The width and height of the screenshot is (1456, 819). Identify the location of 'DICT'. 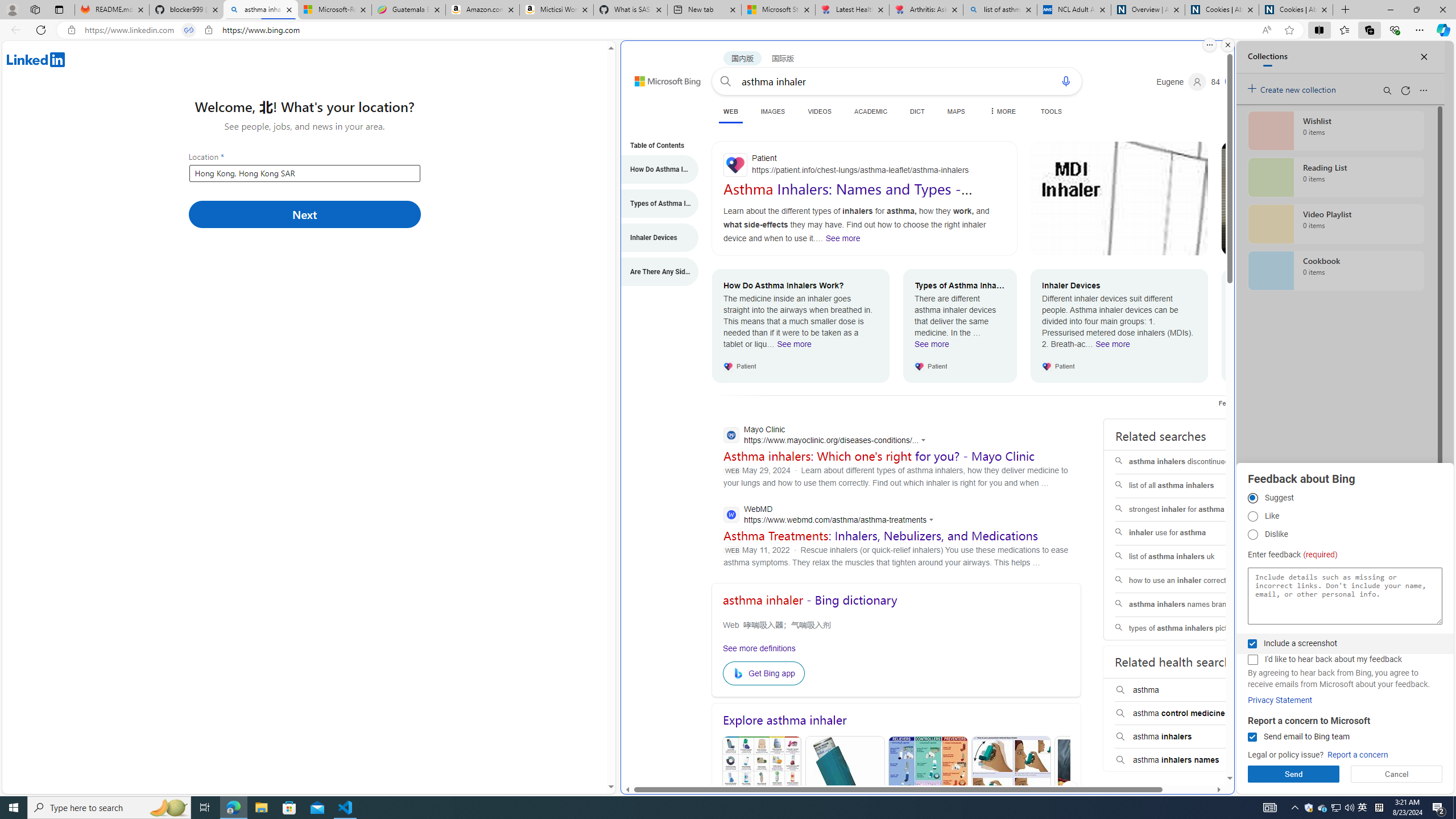
(916, 111).